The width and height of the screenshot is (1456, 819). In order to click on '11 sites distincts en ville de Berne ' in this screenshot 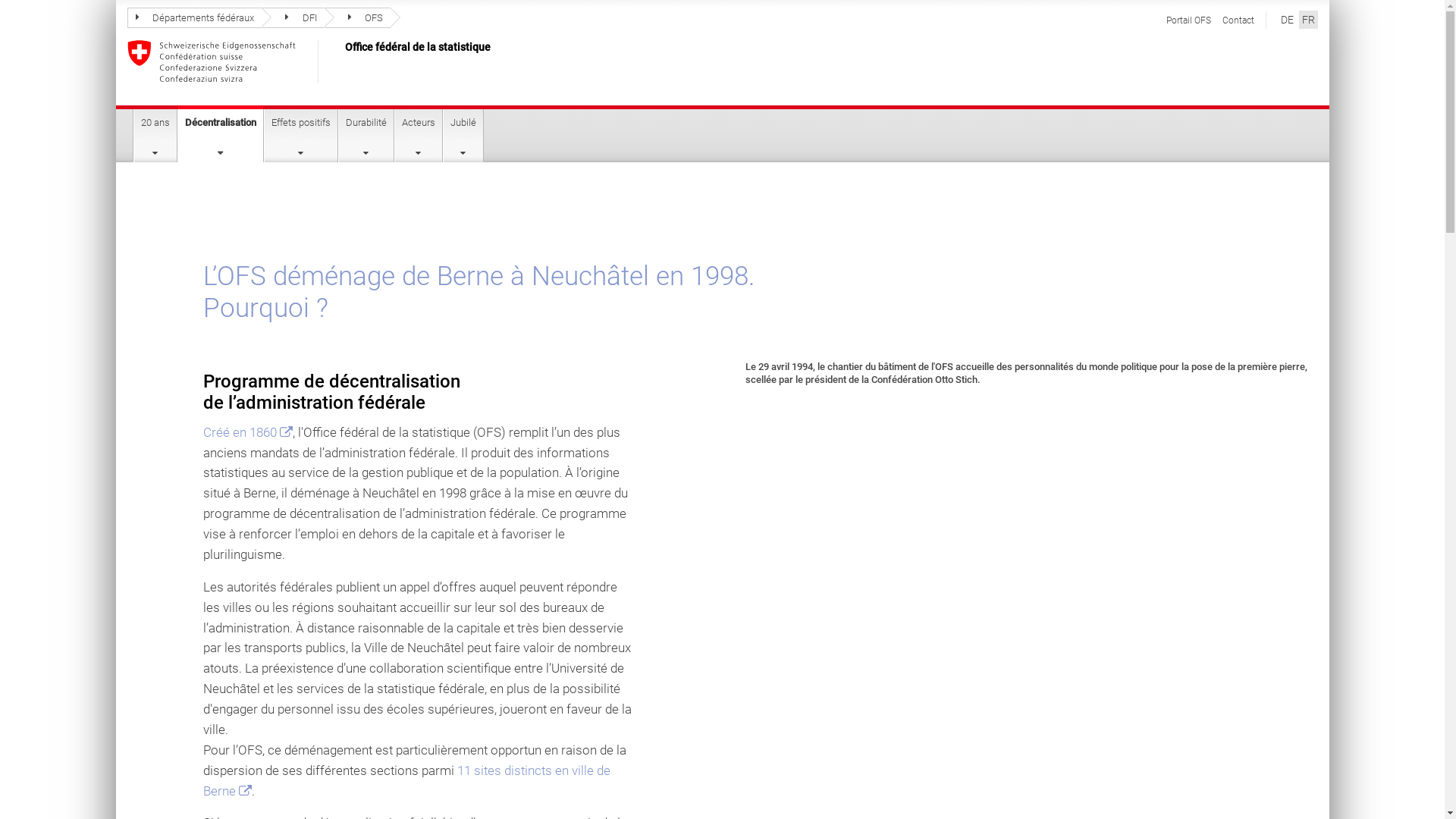, I will do `click(406, 780)`.